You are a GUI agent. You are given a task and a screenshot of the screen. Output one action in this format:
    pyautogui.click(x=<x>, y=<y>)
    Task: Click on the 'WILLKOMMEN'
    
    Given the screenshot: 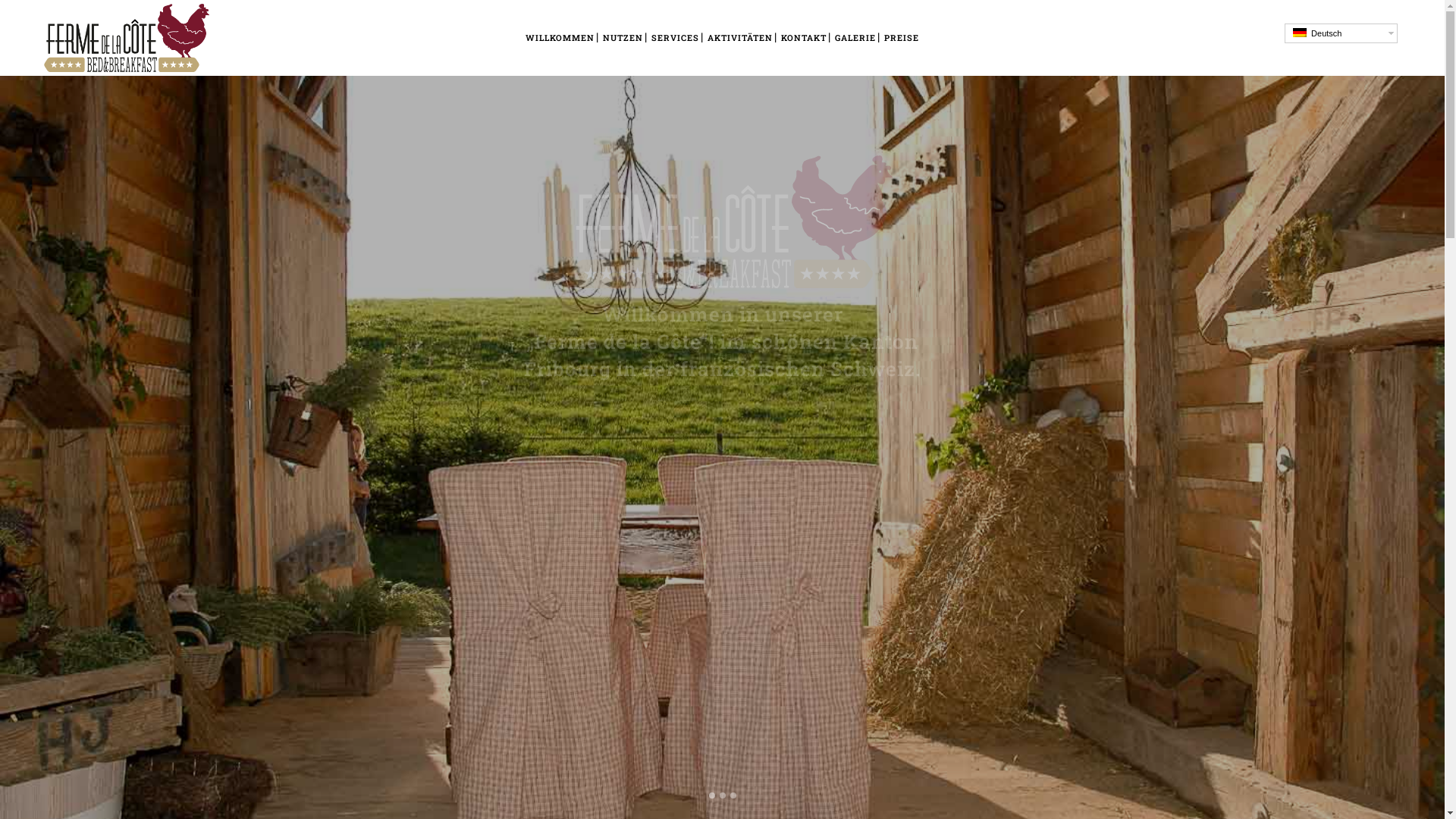 What is the action you would take?
    pyautogui.click(x=559, y=37)
    